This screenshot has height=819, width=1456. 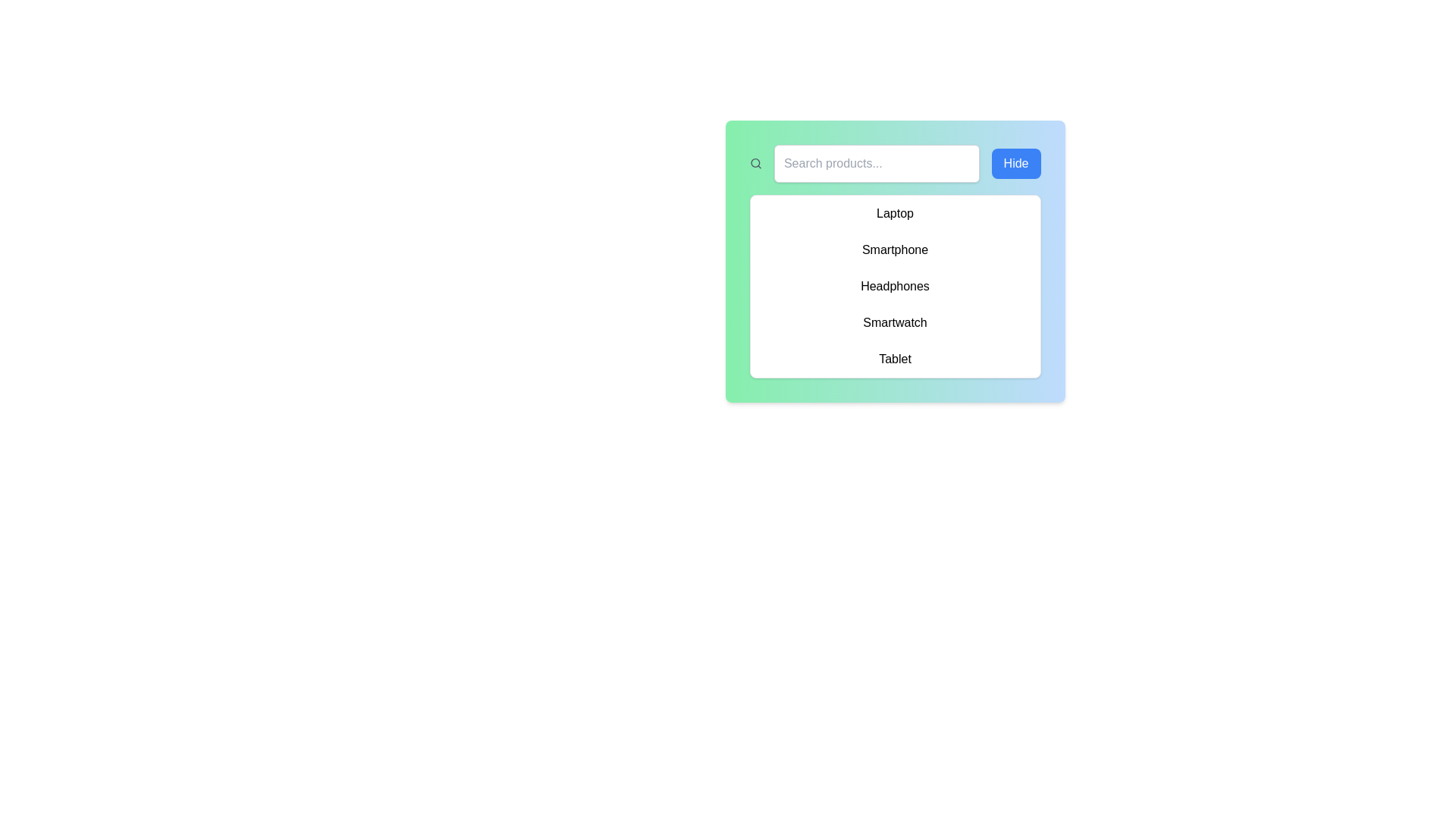 I want to click on the 'Smartphone' text option in the vertical list of selectable items, so click(x=895, y=260).